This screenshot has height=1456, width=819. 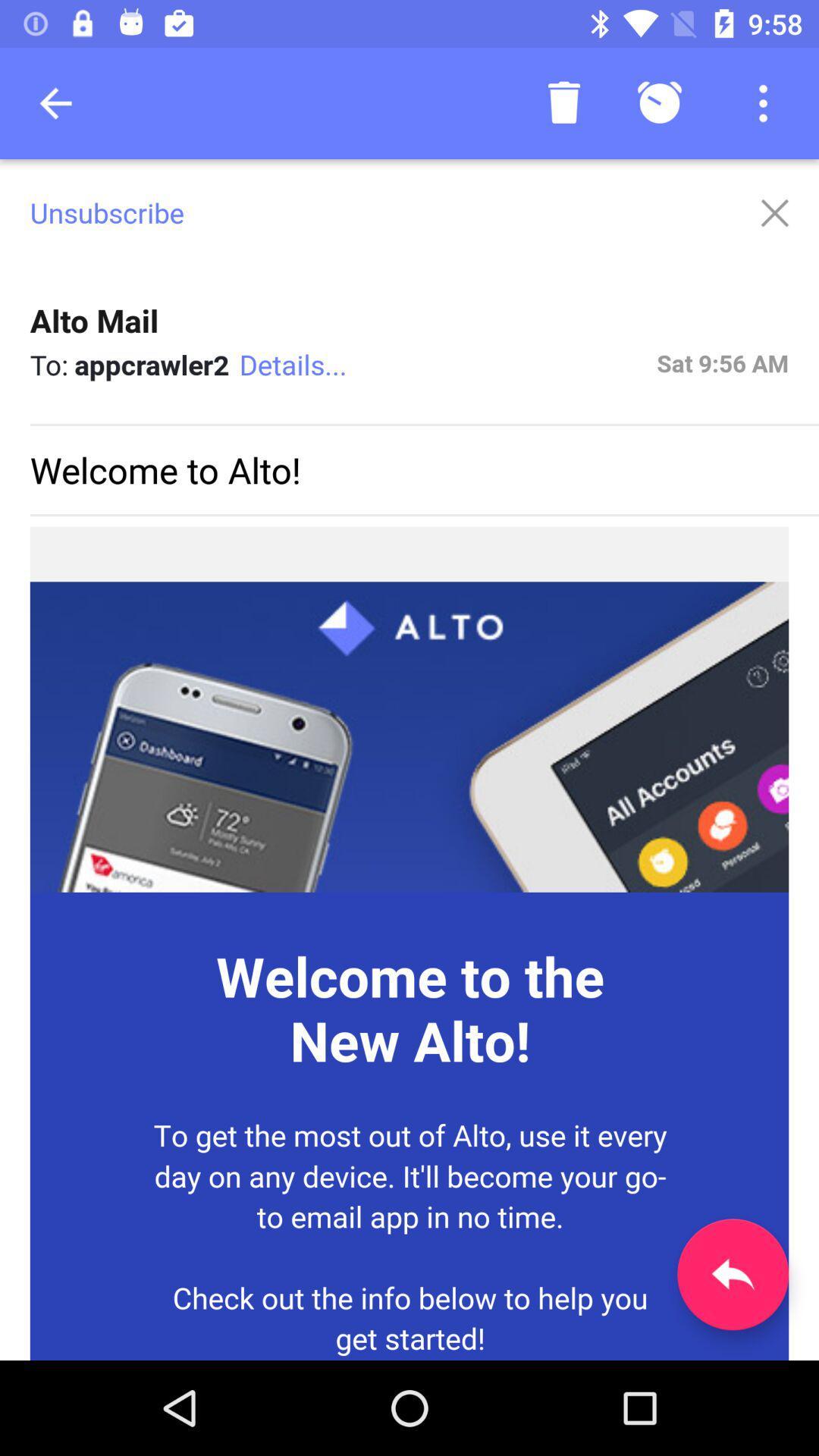 I want to click on the reply icon, so click(x=732, y=1274).